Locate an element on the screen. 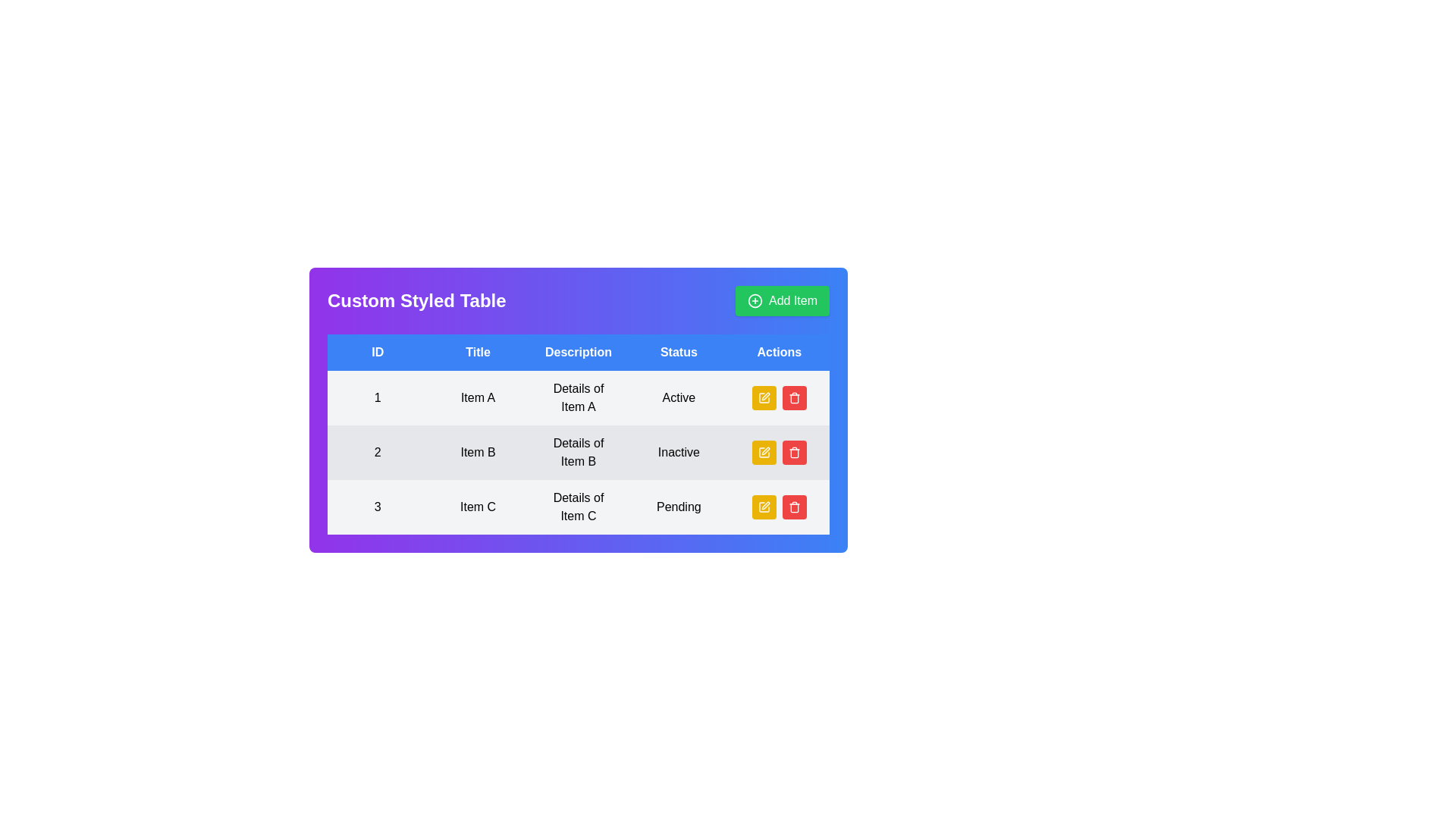 The height and width of the screenshot is (819, 1456). the 'Status' column header in the table, which is the fourth column header, located centrally in the header row is located at coordinates (678, 353).